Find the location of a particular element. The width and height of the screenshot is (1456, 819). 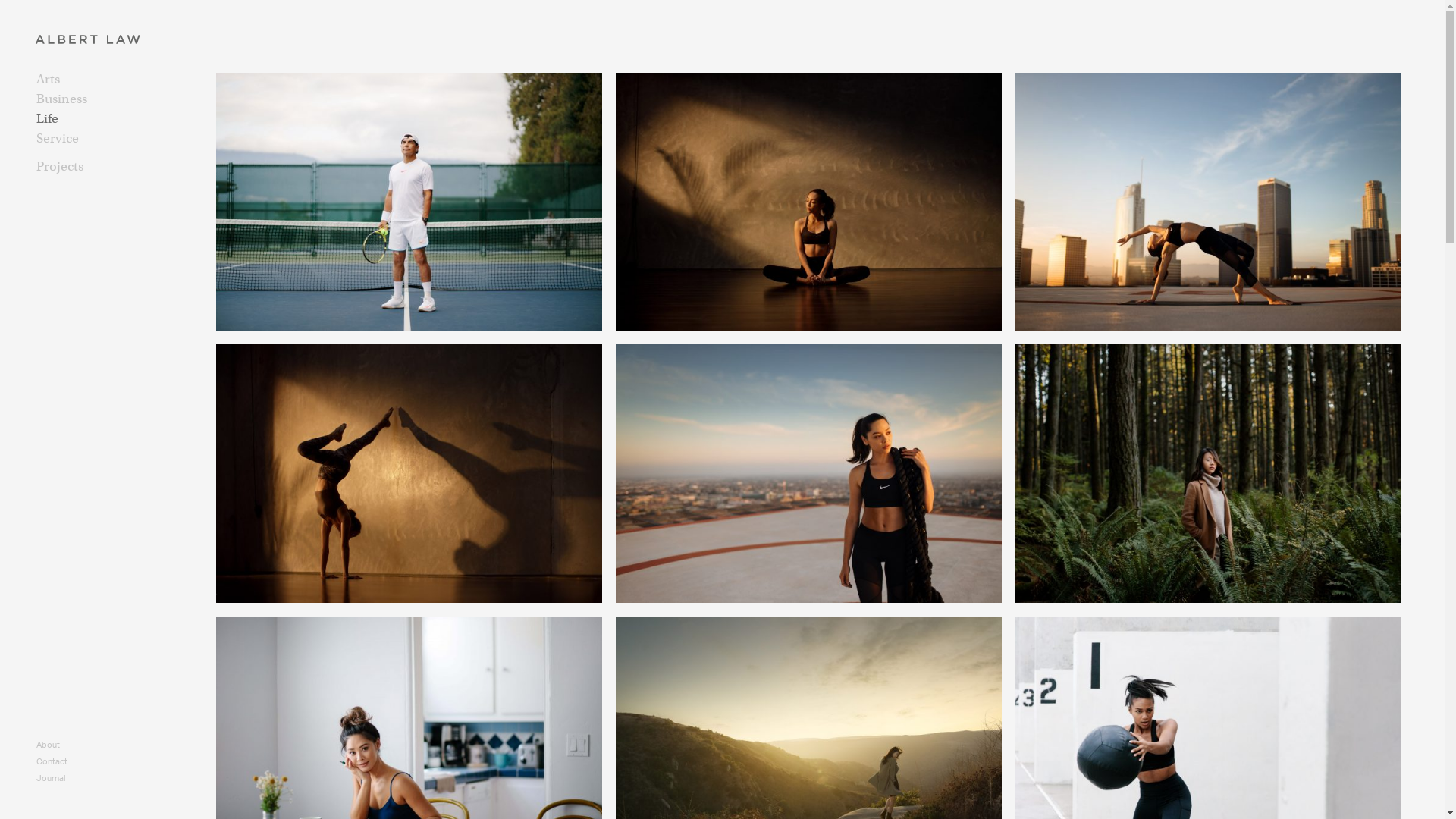

'Contact' is located at coordinates (52, 761).